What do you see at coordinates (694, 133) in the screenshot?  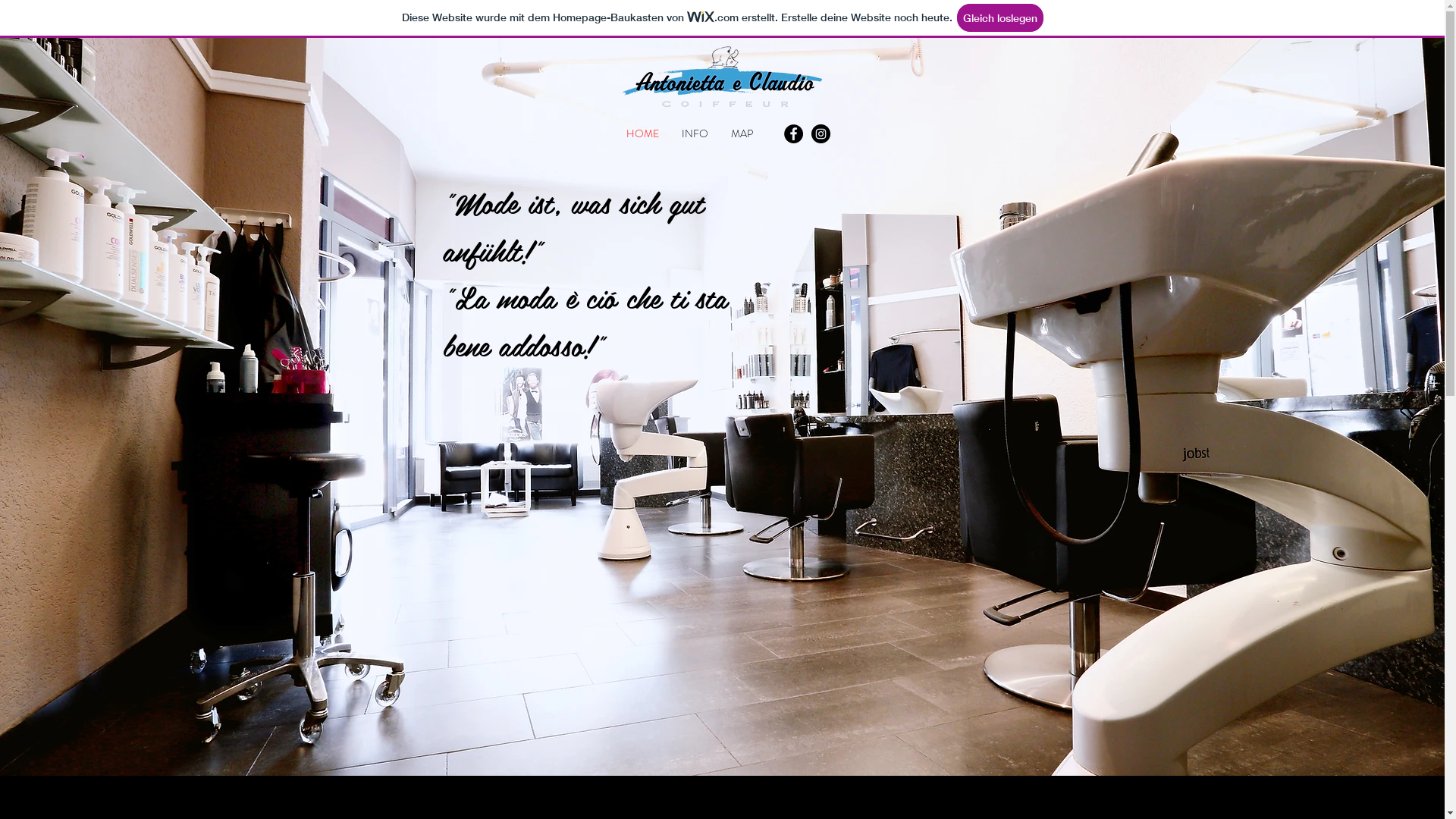 I see `'INFO'` at bounding box center [694, 133].